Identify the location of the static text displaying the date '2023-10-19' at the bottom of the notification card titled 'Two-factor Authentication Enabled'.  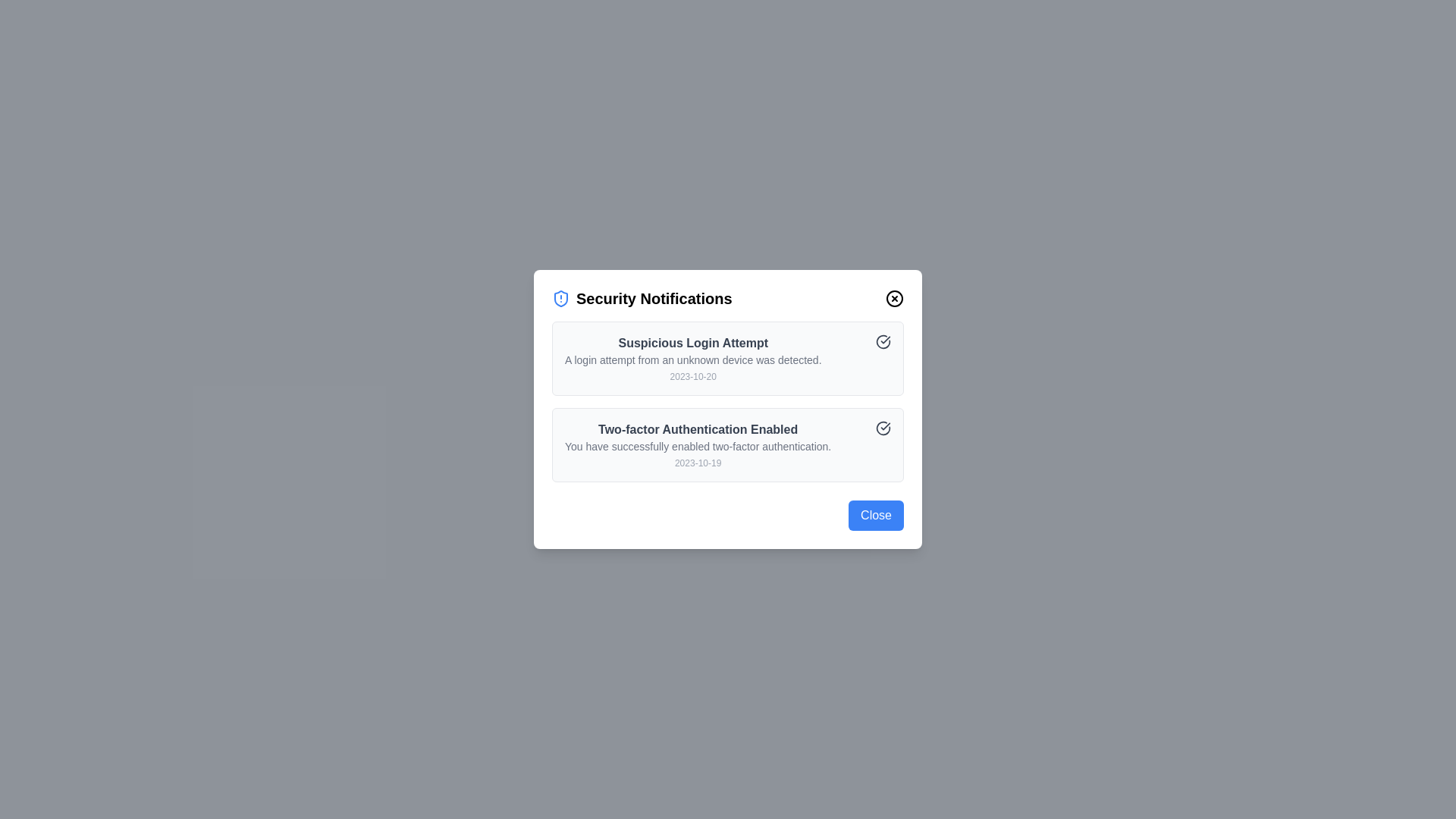
(697, 462).